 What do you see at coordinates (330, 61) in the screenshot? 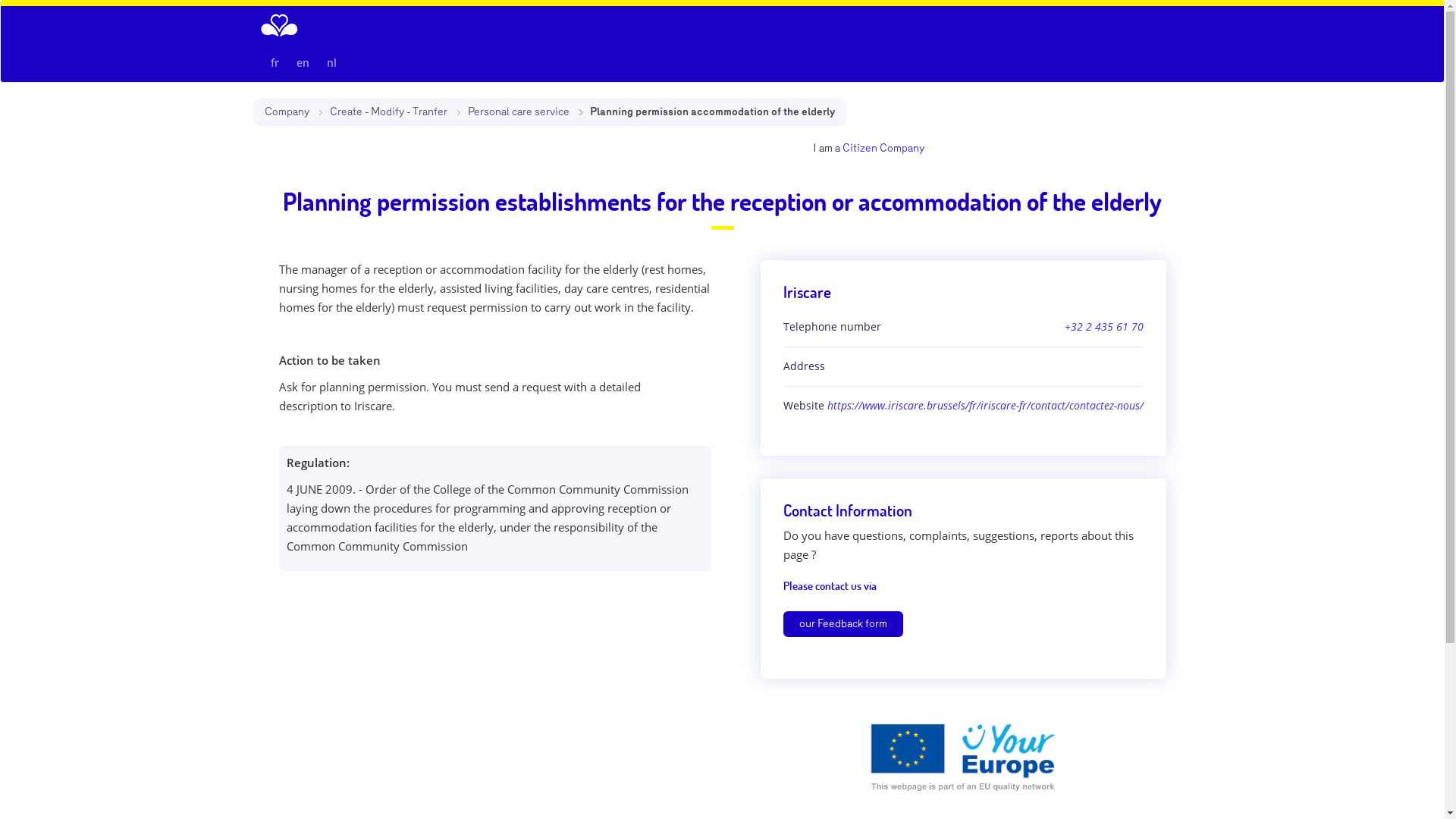
I see `'nl'` at bounding box center [330, 61].